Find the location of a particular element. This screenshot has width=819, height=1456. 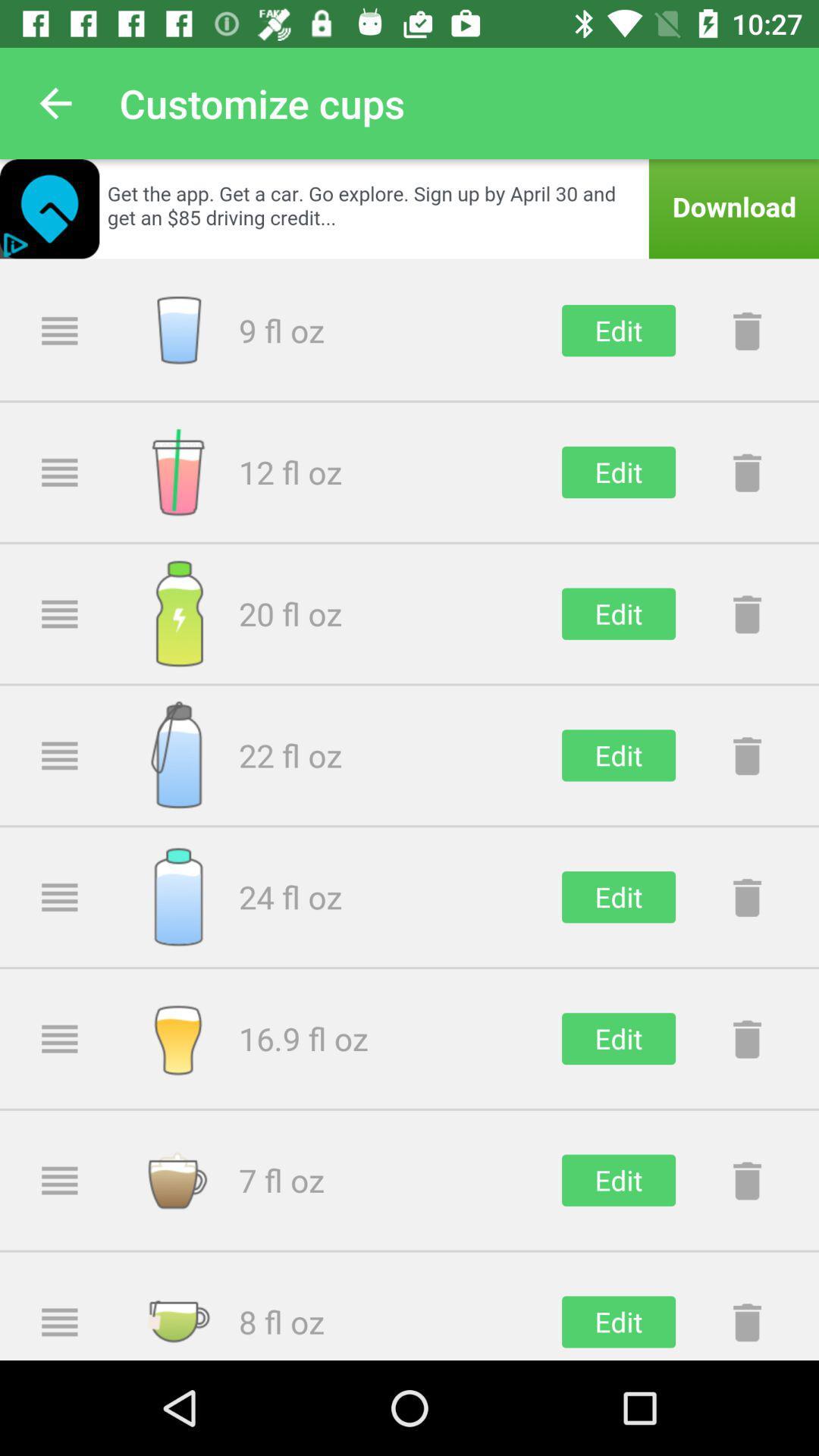

click advertisement is located at coordinates (409, 208).